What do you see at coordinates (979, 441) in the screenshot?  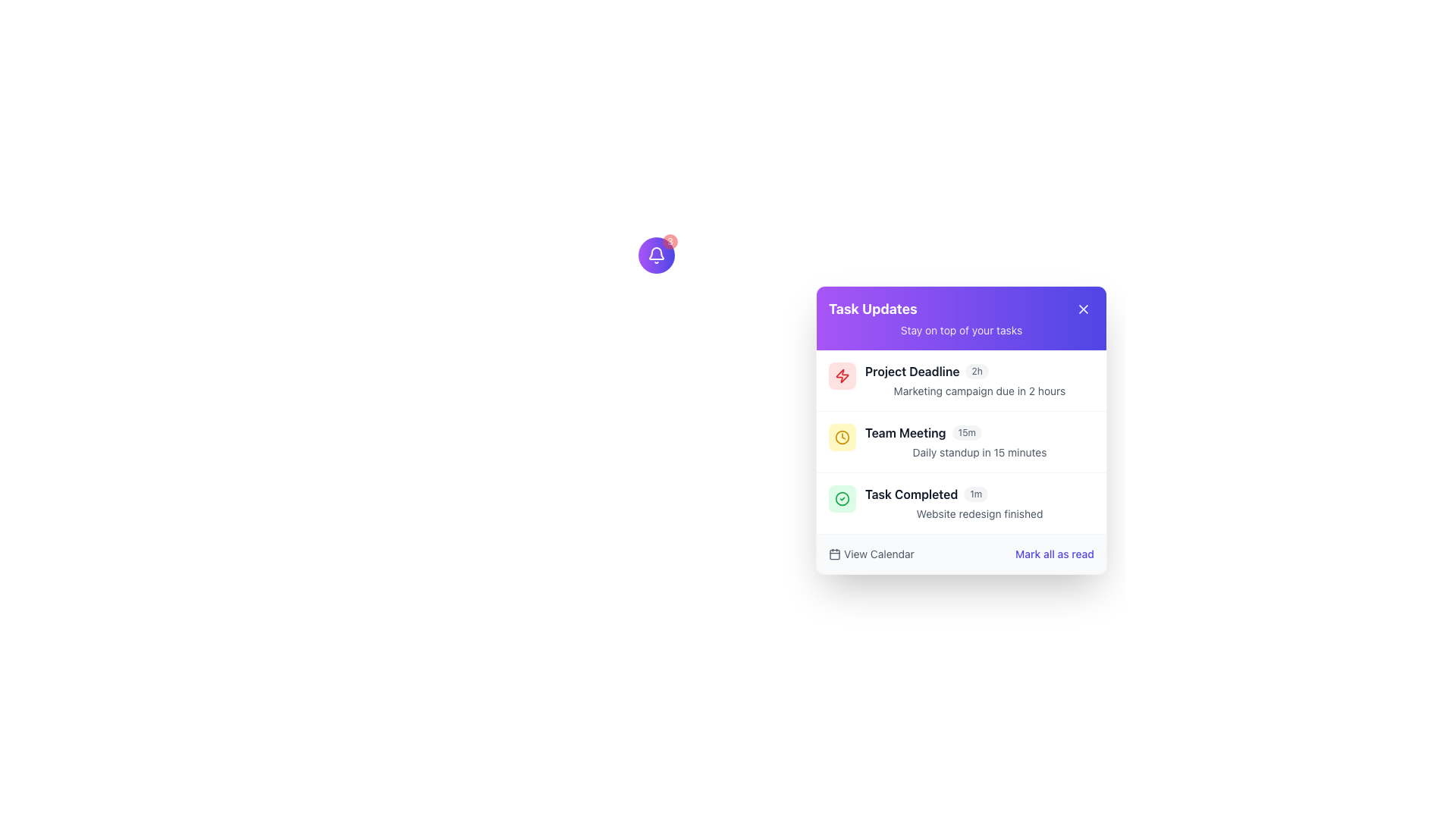 I see `the informative text block about the upcoming scheduled meeting, located in the notification panel under 'Task Updates', specifically the second item below 'Project Deadline'` at bounding box center [979, 441].